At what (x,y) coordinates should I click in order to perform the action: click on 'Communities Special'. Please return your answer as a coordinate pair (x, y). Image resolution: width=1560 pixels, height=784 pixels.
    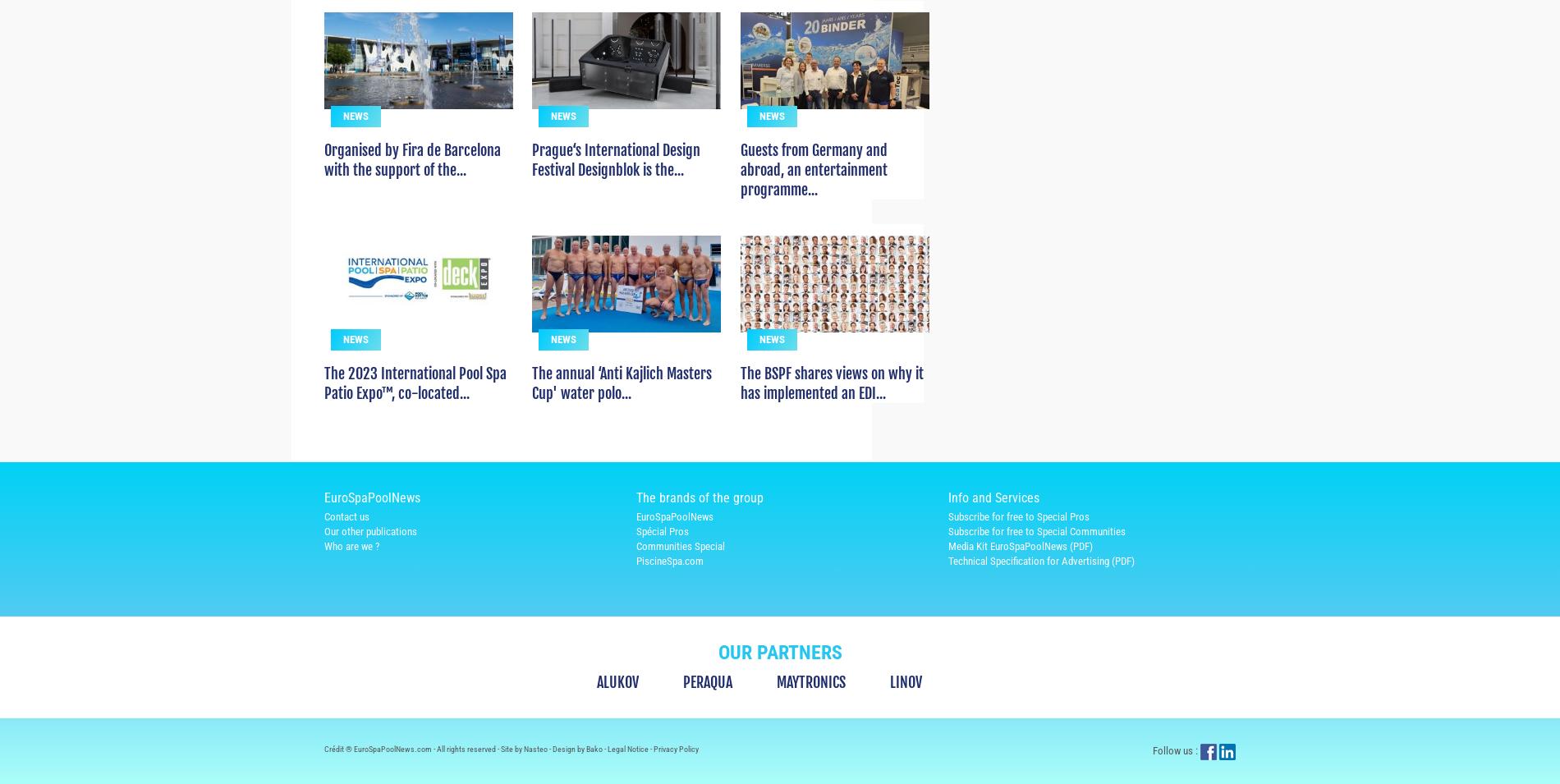
    Looking at the image, I should click on (679, 575).